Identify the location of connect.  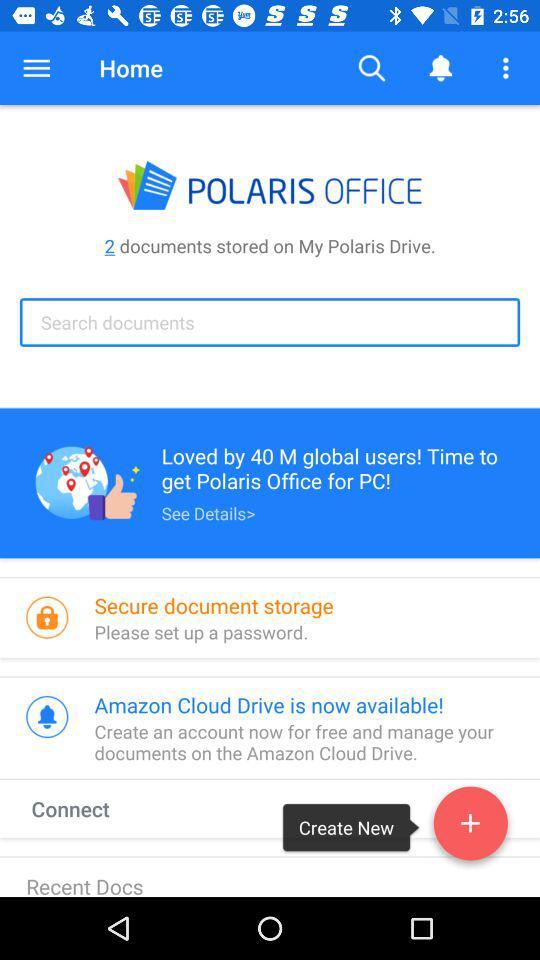
(88, 808).